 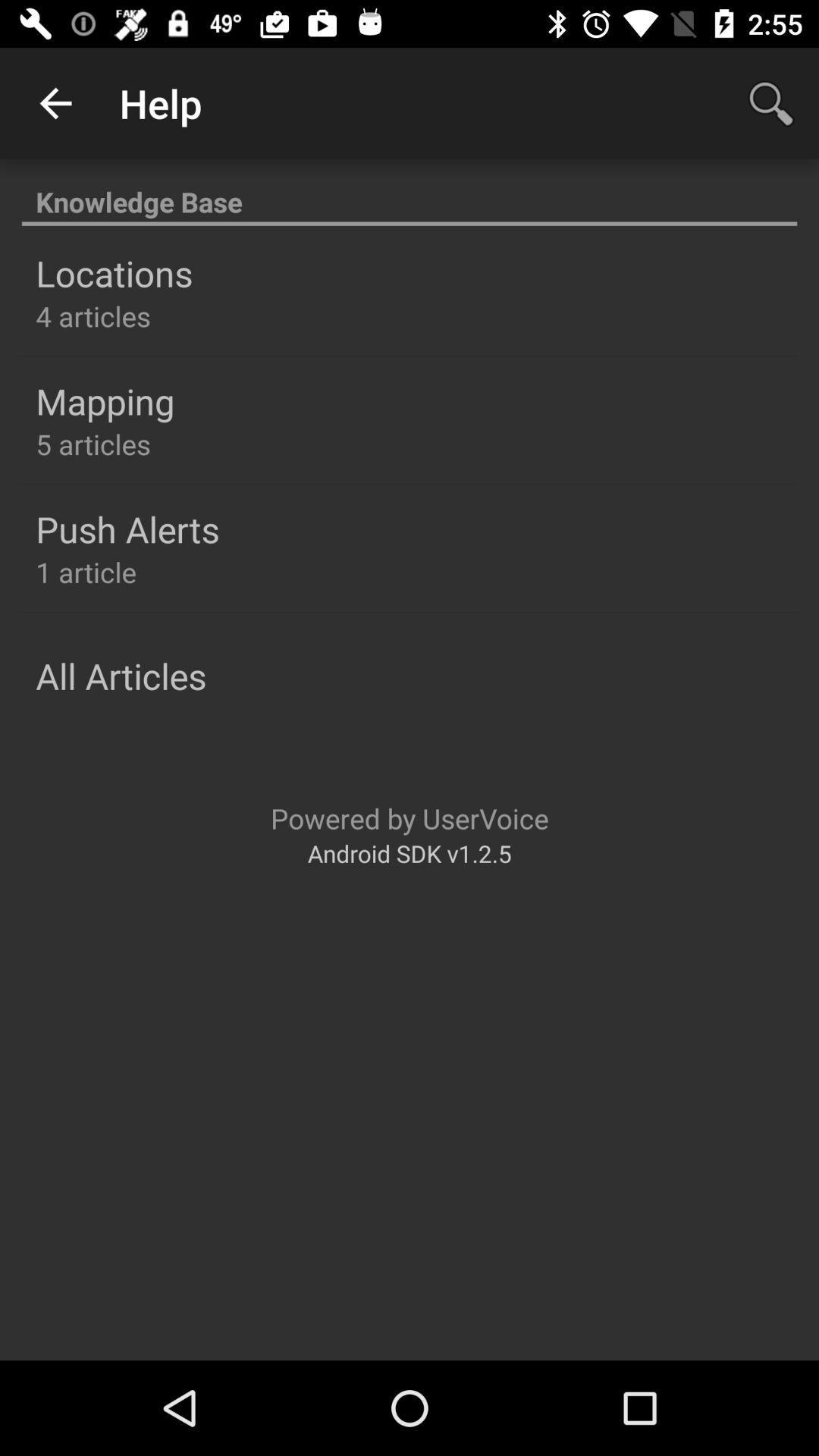 I want to click on the item next to help icon, so click(x=55, y=102).